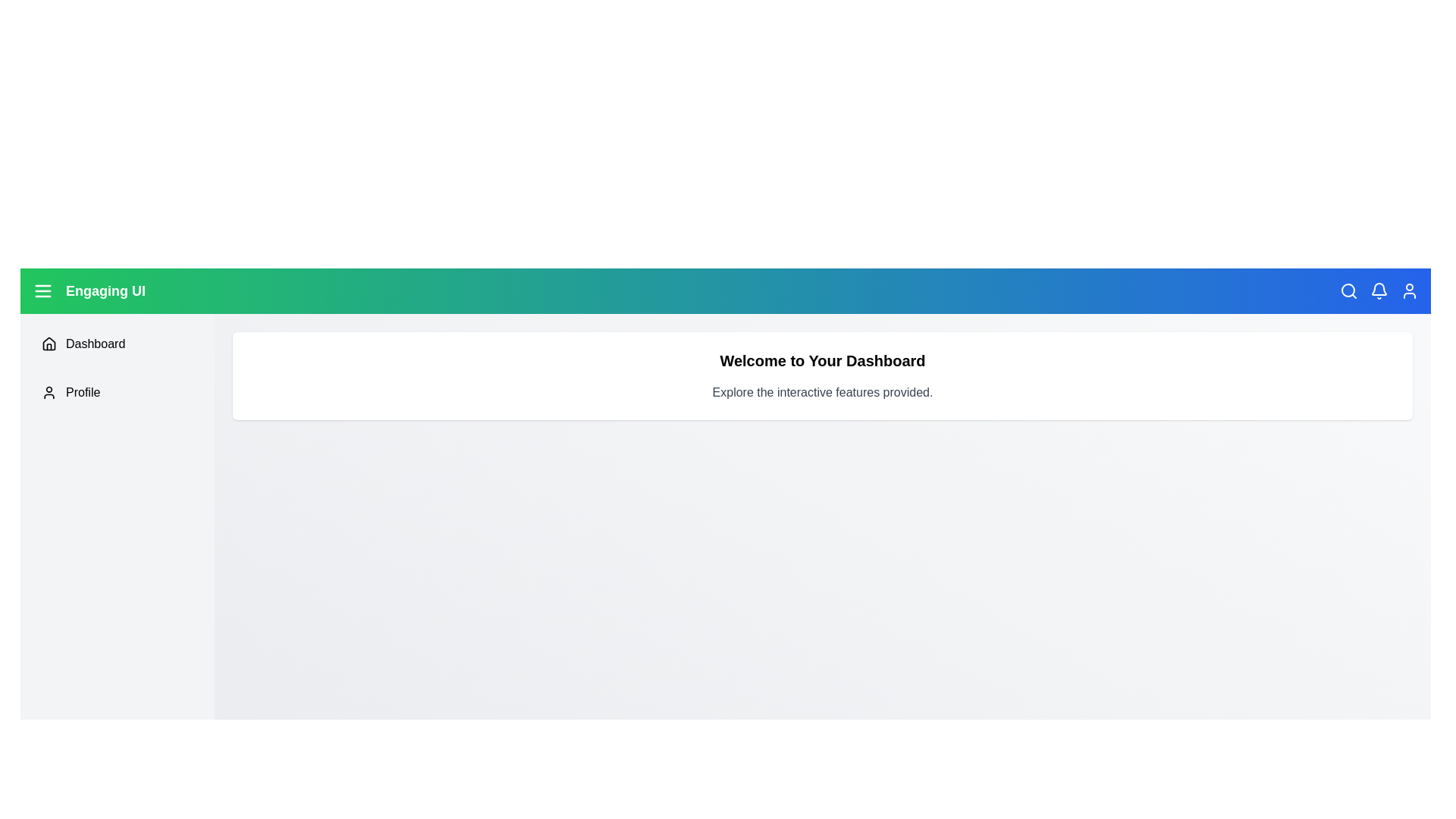 The width and height of the screenshot is (1456, 819). What do you see at coordinates (43, 291) in the screenshot?
I see `menu button to toggle the sidebar visibility` at bounding box center [43, 291].